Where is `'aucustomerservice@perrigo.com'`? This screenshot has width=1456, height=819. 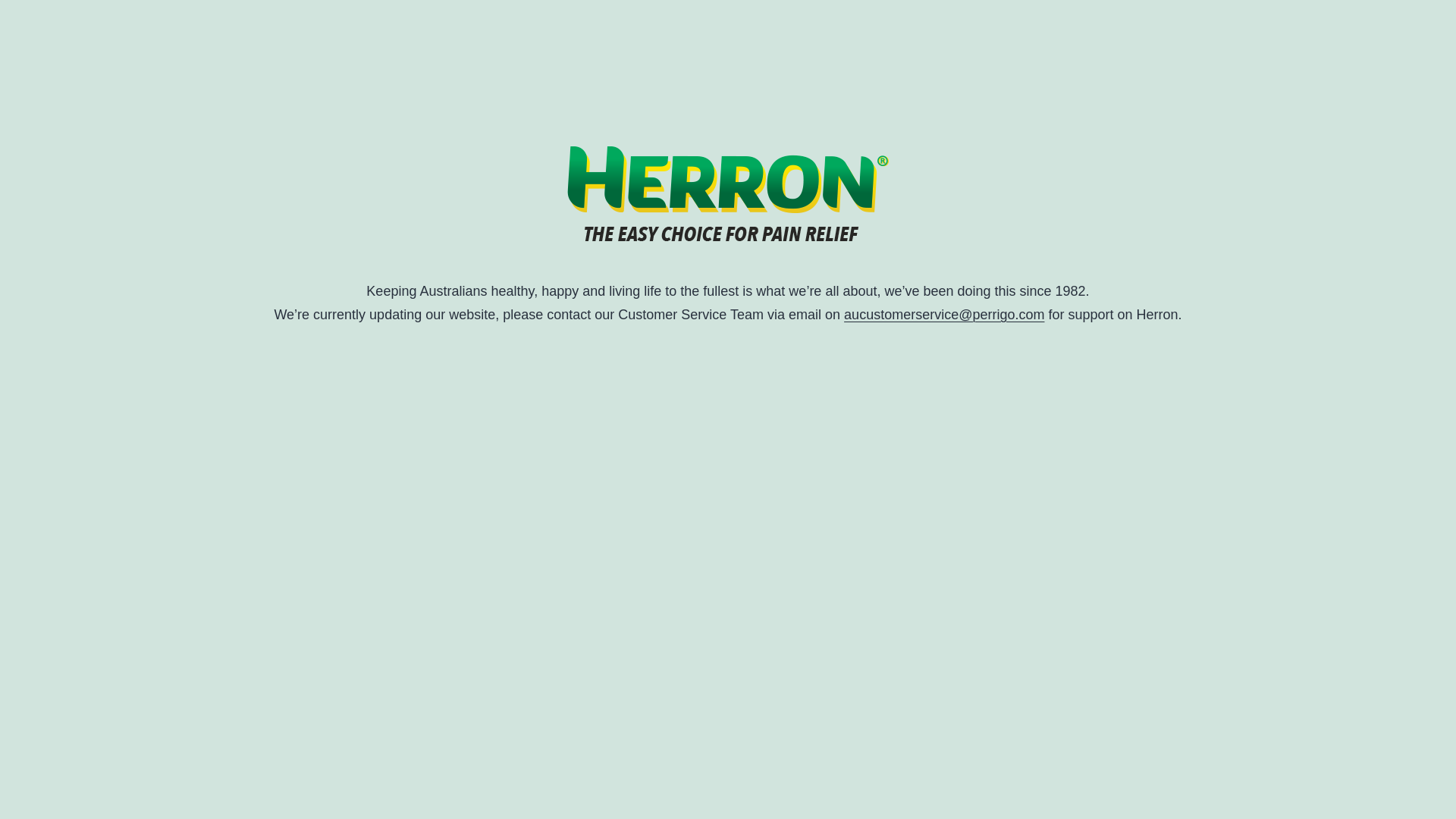
'aucustomerservice@perrigo.com' is located at coordinates (943, 314).